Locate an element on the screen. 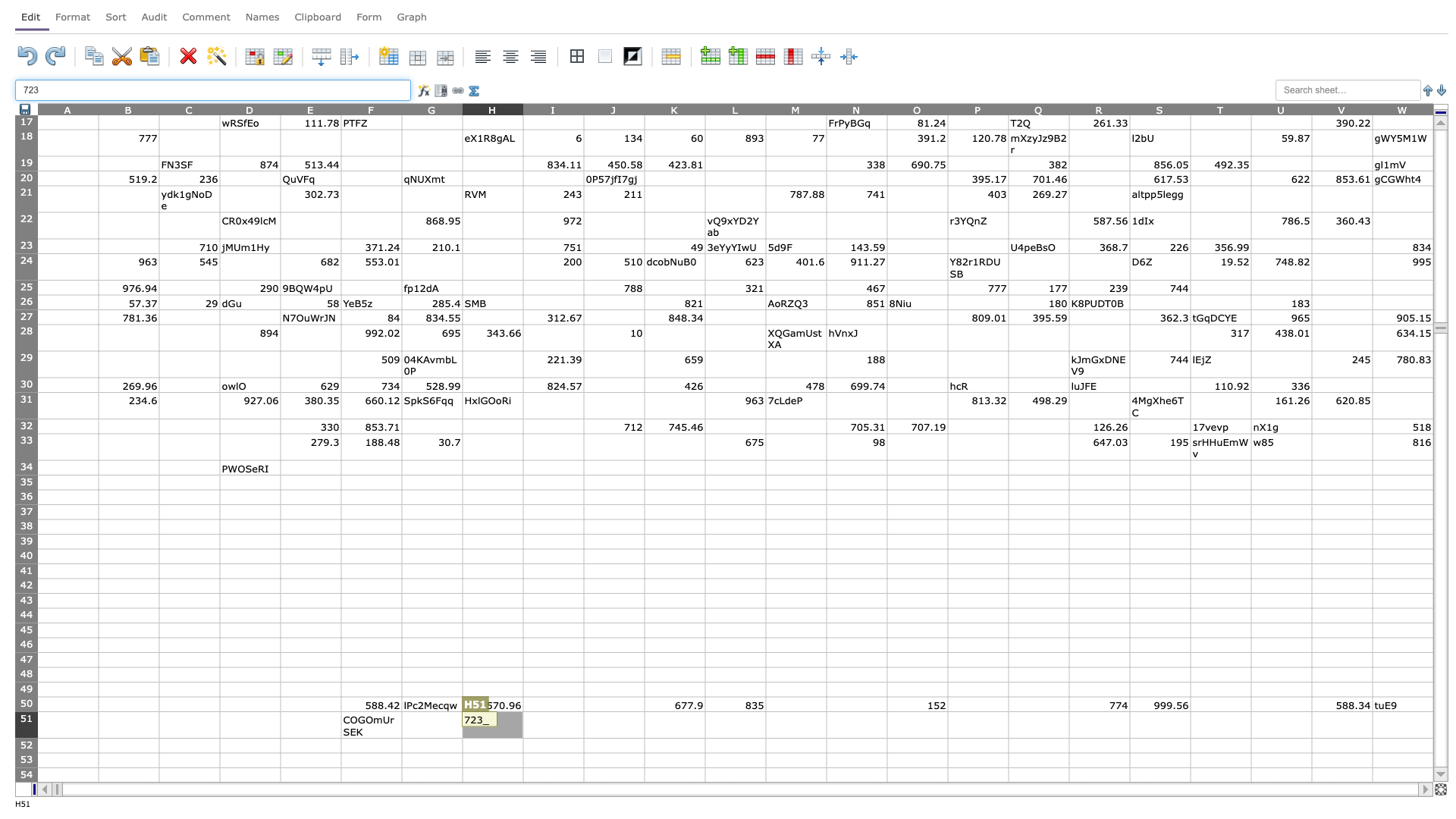 This screenshot has width=1456, height=819. top left at column J row 51 is located at coordinates (582, 711).